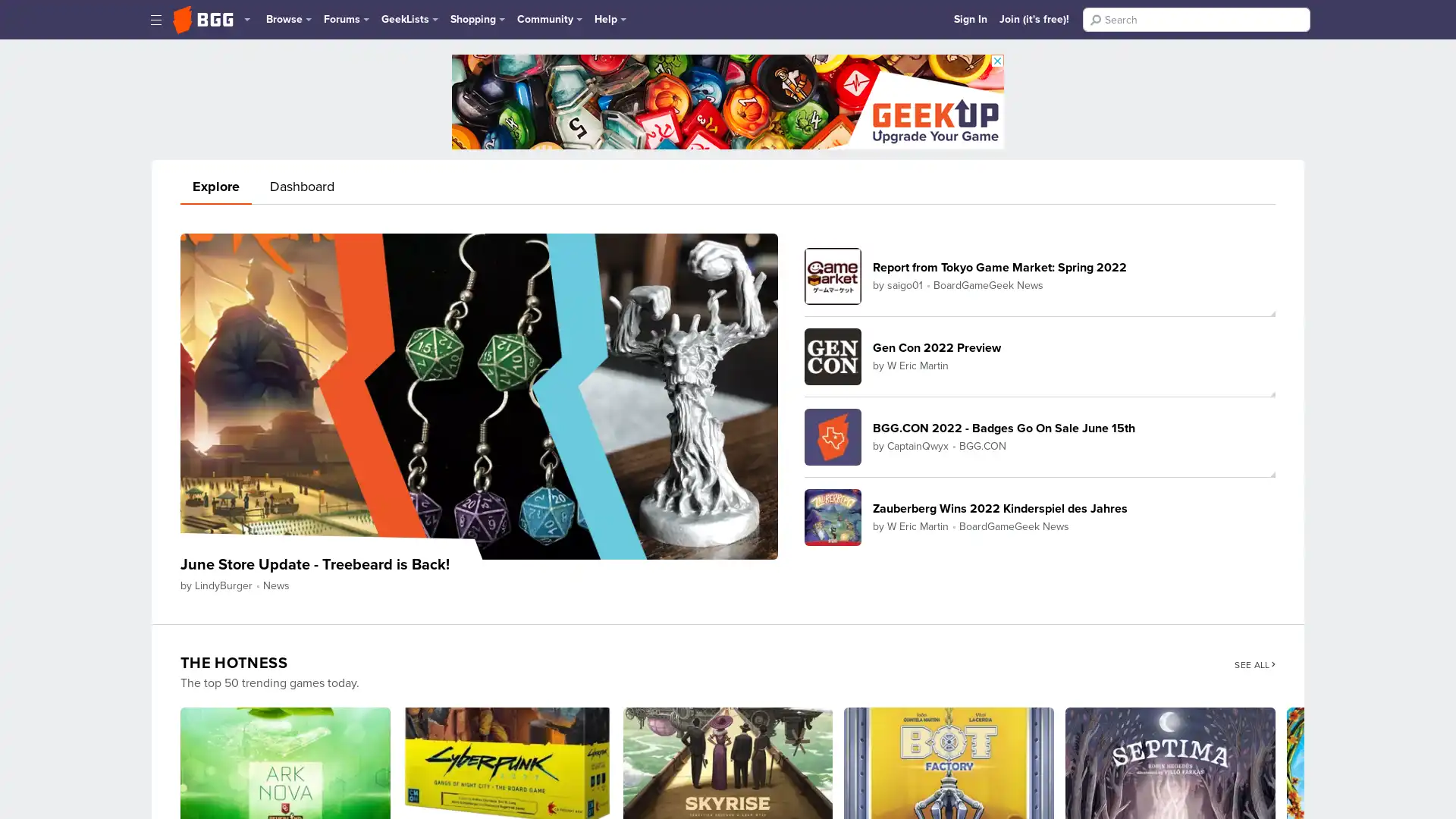 This screenshot has width=1456, height=819. I want to click on More Geek Sites, so click(246, 20).